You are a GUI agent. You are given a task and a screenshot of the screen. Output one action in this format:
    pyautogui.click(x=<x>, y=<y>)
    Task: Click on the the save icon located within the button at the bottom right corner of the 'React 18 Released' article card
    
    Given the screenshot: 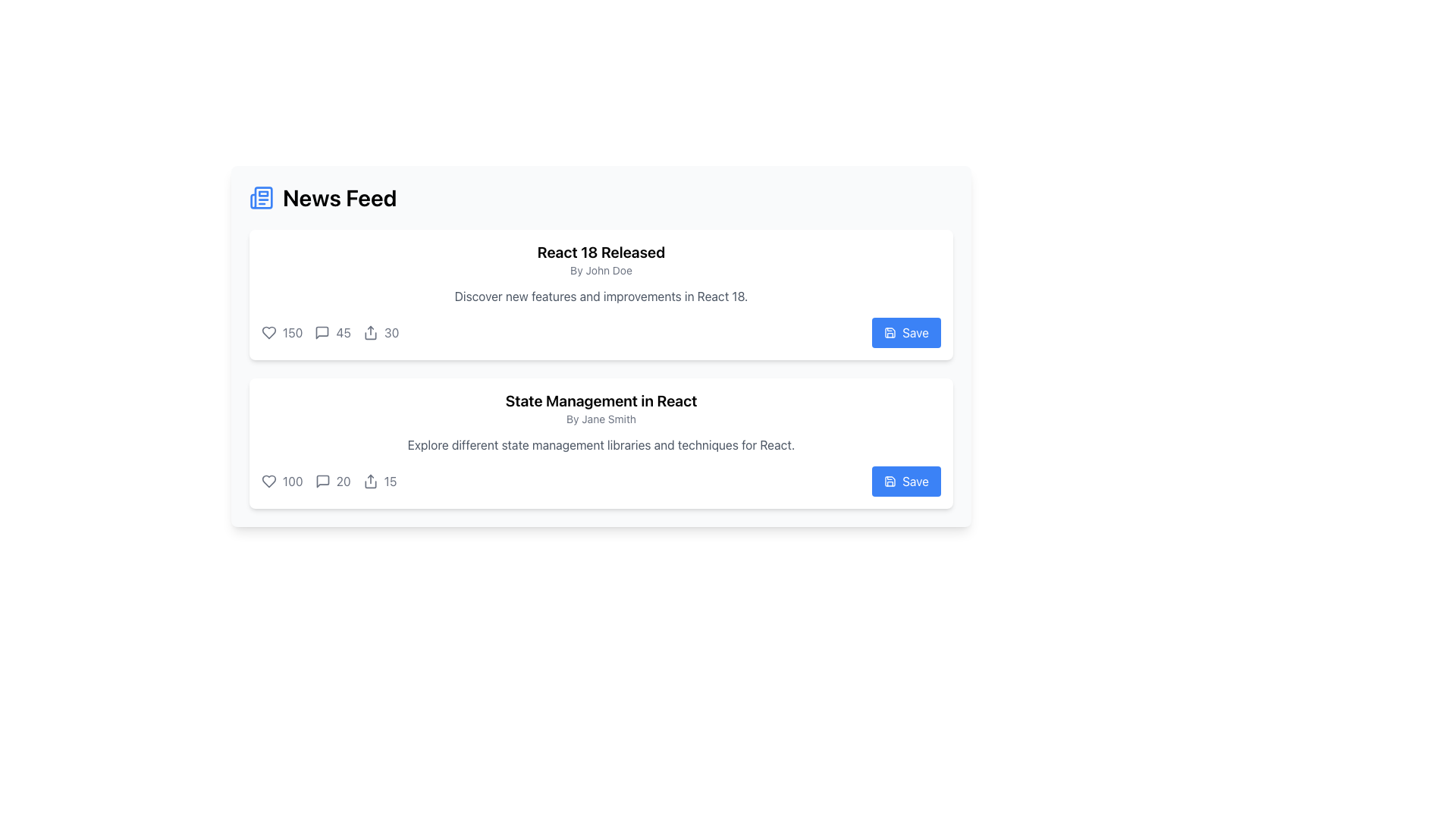 What is the action you would take?
    pyautogui.click(x=890, y=332)
    